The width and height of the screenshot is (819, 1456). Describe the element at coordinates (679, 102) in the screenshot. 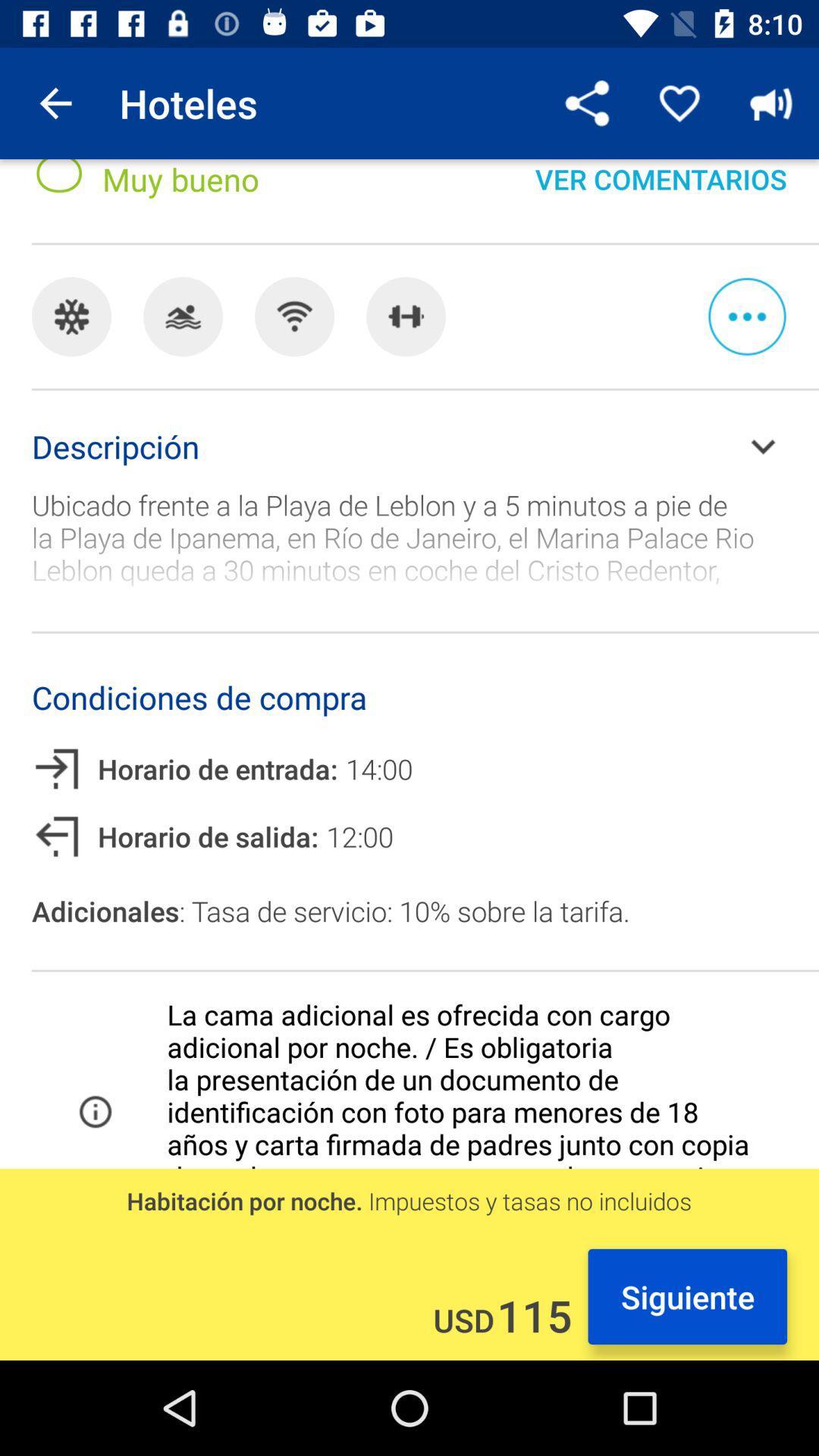

I see `icon above ver comentarios` at that location.